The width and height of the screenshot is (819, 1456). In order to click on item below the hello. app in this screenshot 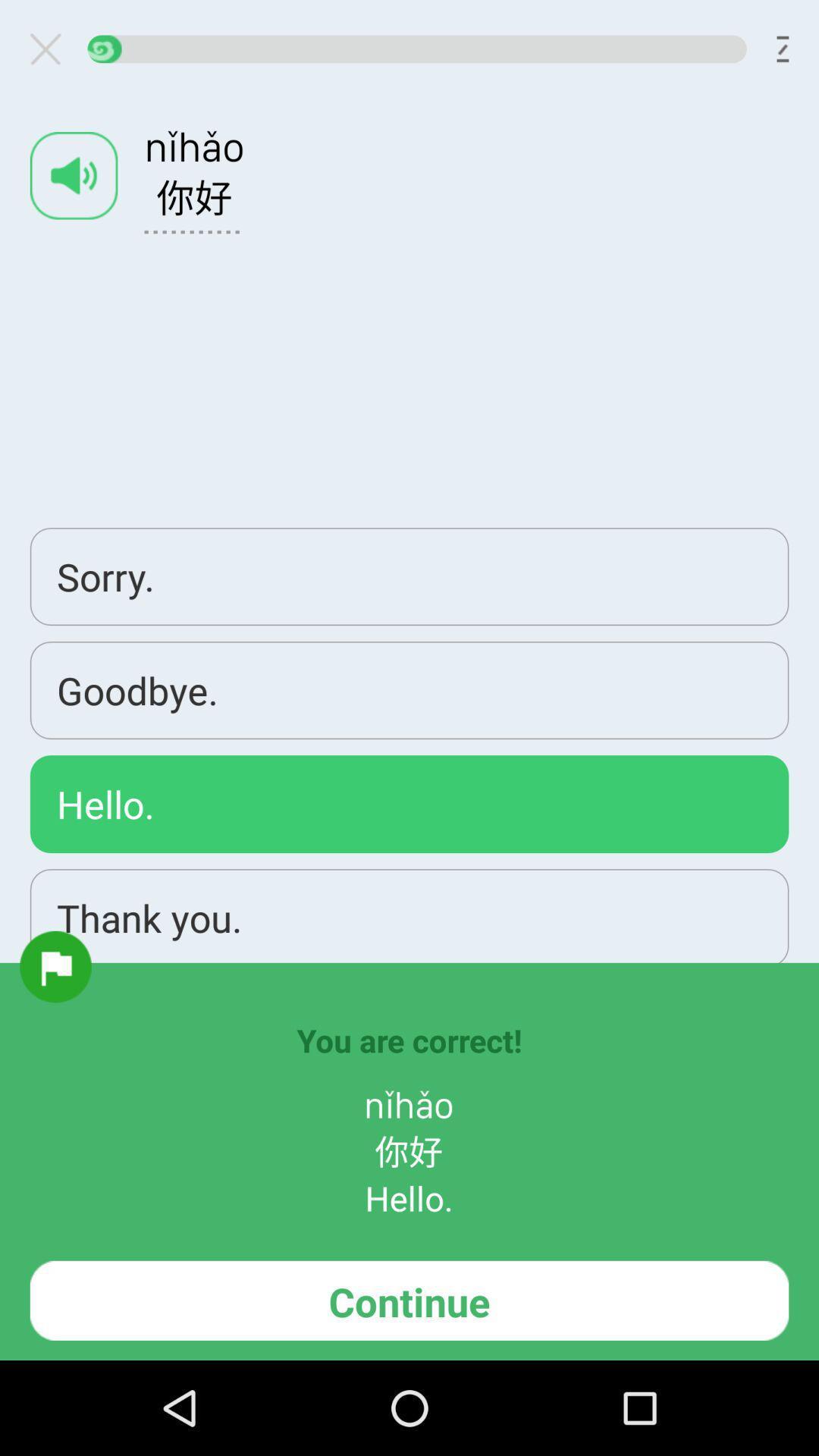, I will do `click(55, 966)`.